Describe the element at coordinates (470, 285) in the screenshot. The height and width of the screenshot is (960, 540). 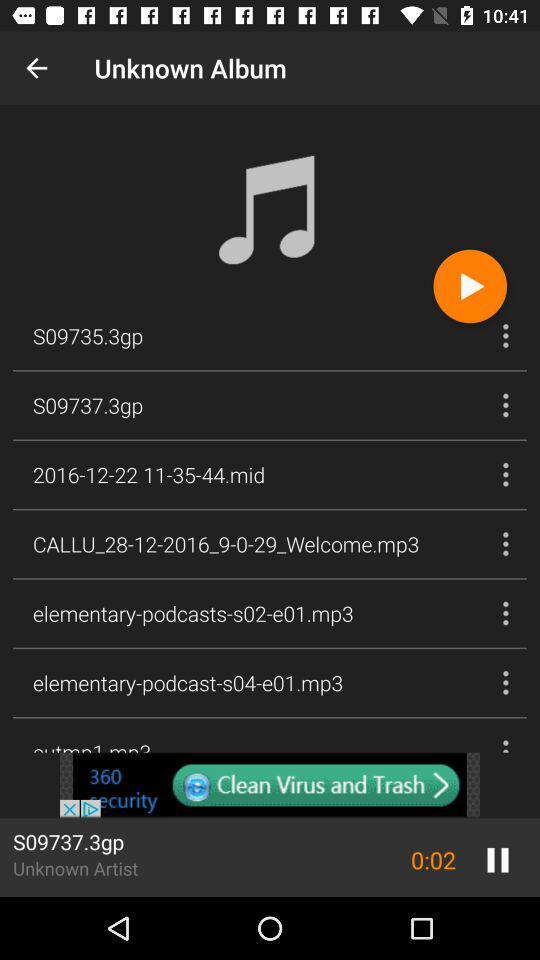
I see `option` at that location.